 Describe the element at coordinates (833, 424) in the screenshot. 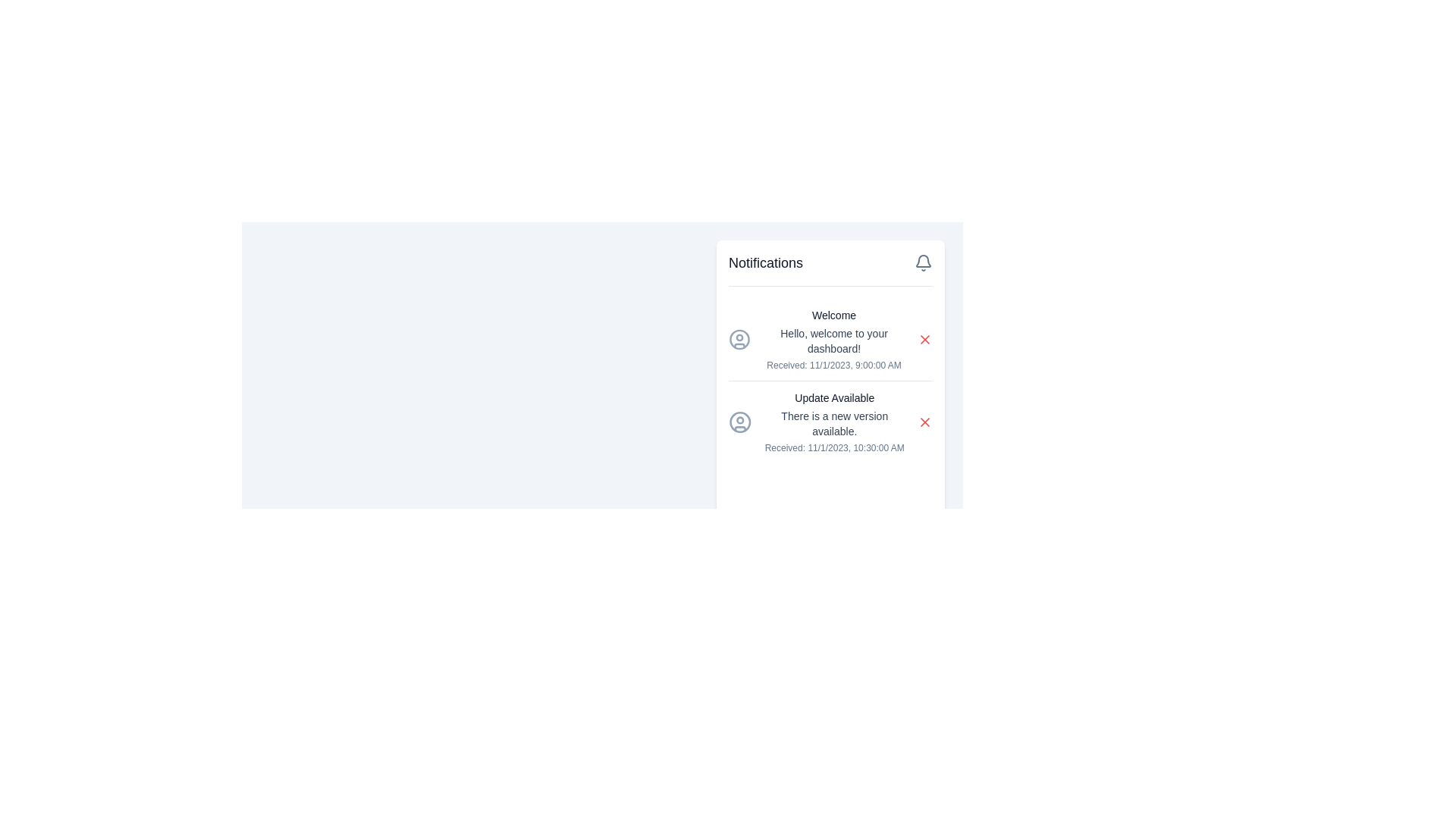

I see `the text label that displays 'There is a new version available.'` at that location.